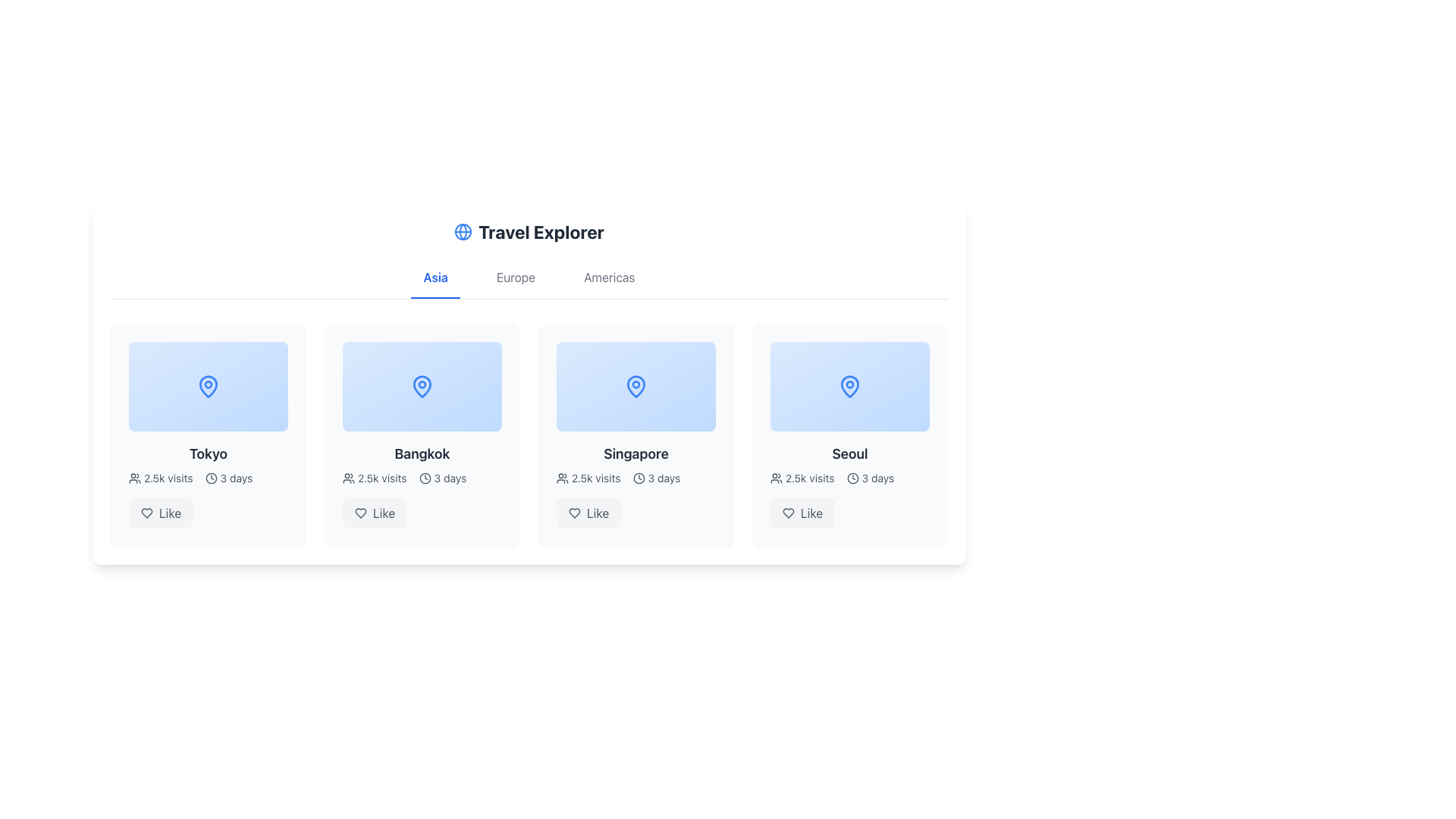  Describe the element at coordinates (562, 479) in the screenshot. I see `the icon that represents group or population statistics adjacent to the text '2.5k visits' in the second item (Singapore) of the grid layout` at that location.